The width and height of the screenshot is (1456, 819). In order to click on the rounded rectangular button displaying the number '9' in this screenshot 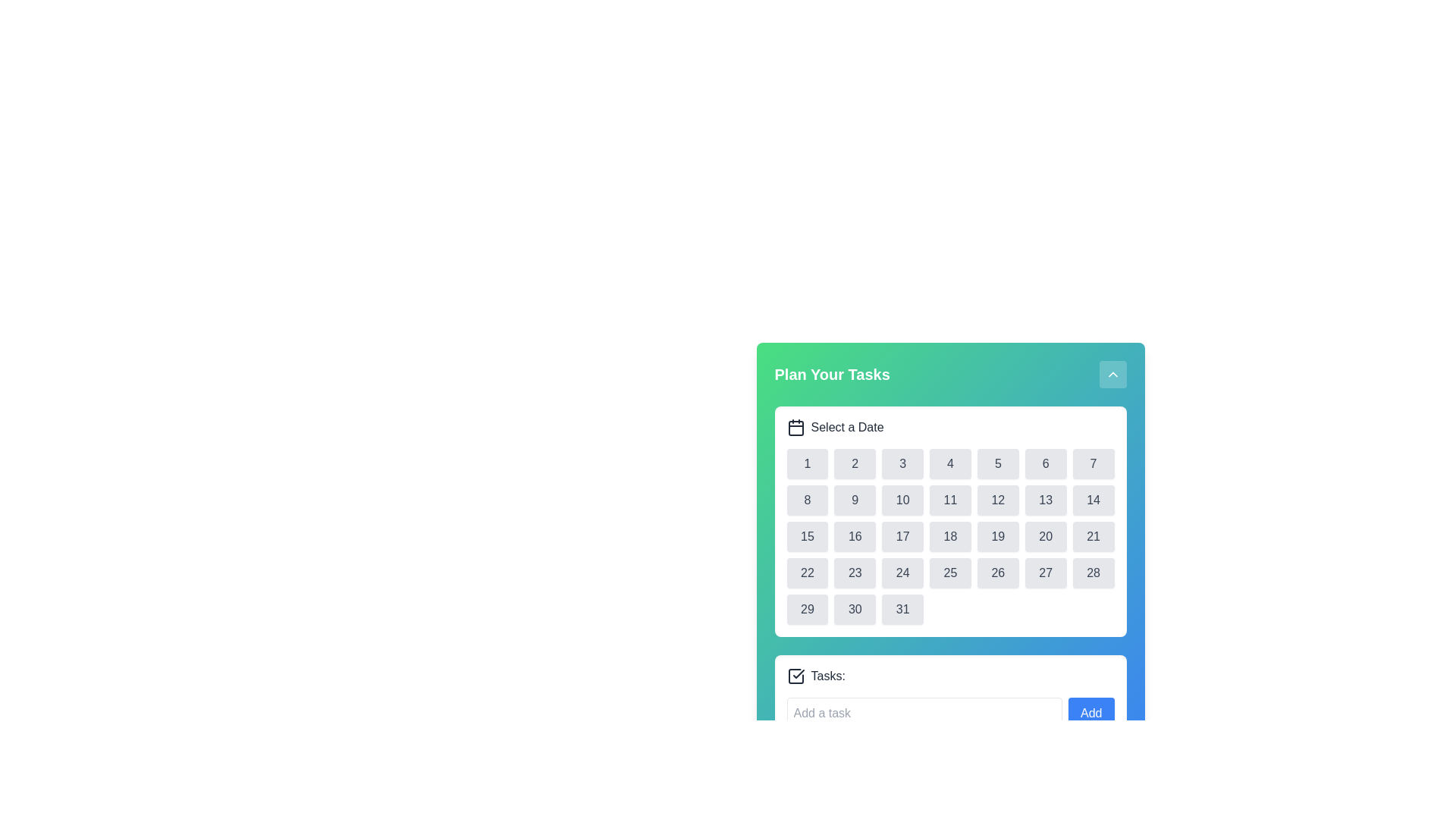, I will do `click(855, 500)`.